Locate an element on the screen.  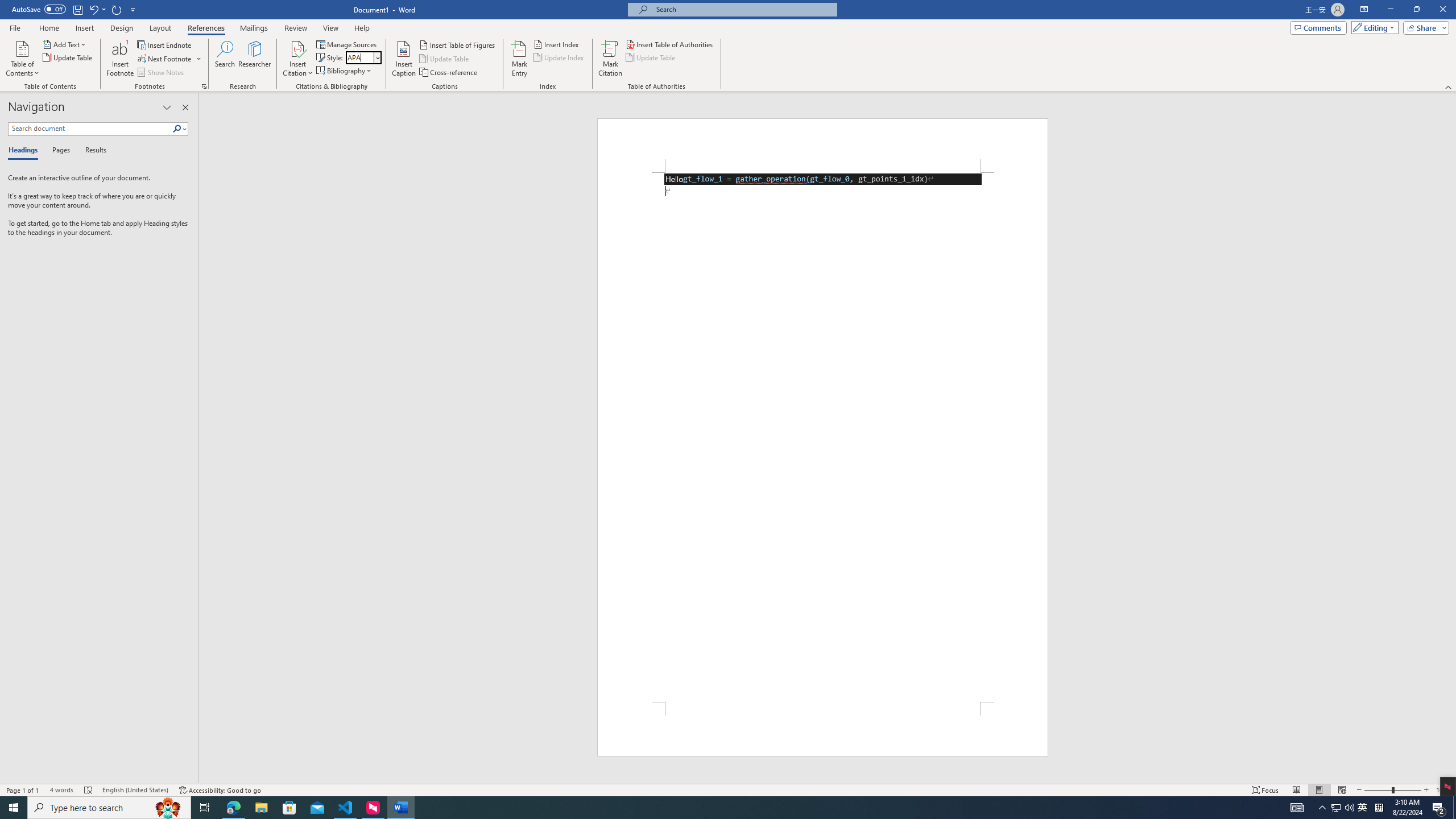
'Footnote and Endnote Dialog...' is located at coordinates (204, 85).